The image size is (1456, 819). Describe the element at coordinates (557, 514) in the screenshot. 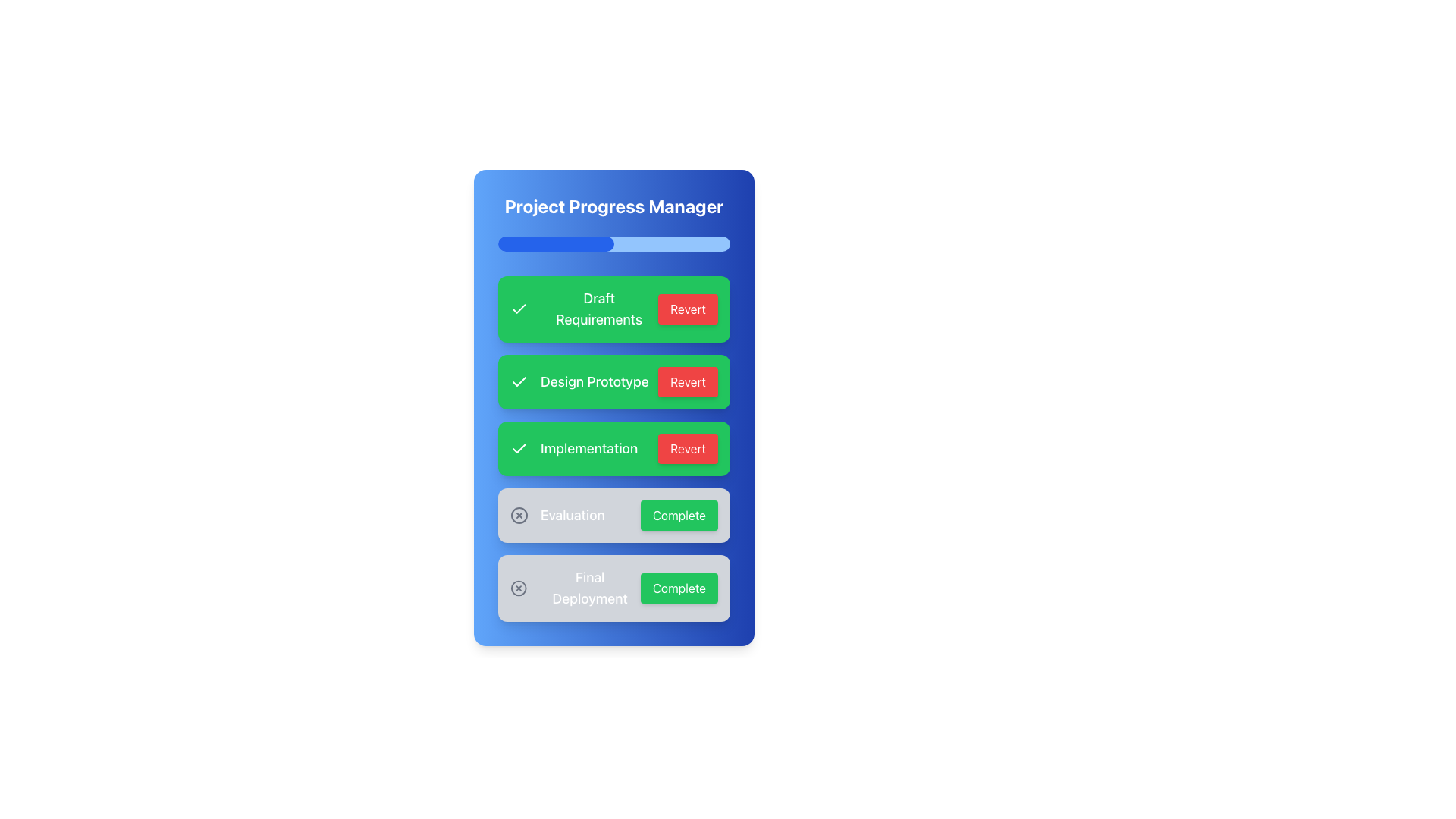

I see `the label indicating the current evaluation stage of the task in the fourth task card, located to the left of the 'Complete' button` at that location.